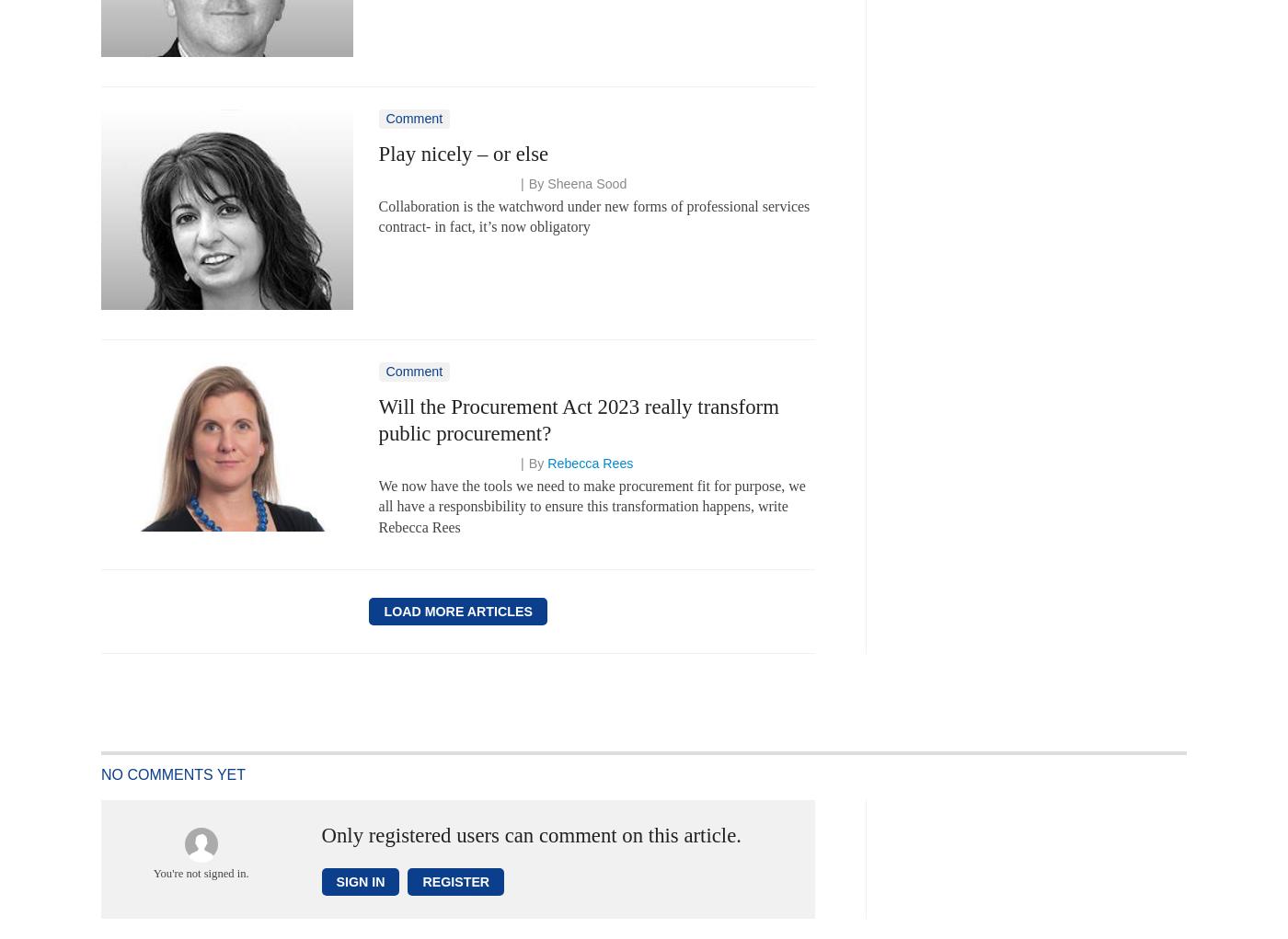  I want to click on 'No comments yet', so click(173, 773).